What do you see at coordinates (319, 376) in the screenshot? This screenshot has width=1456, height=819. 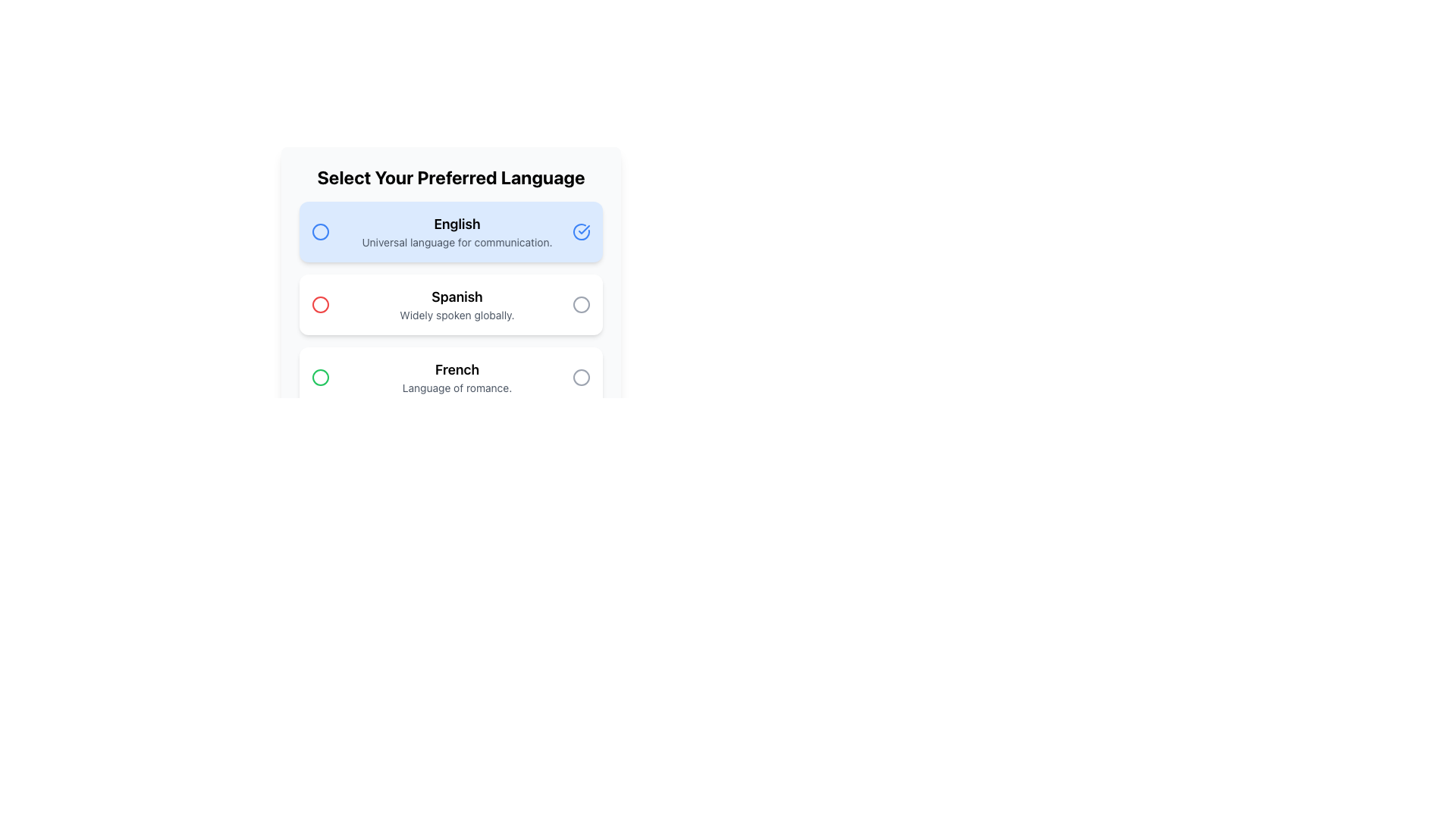 I see `the circular radio button indicator with a green border and white fill next to the label 'French' in the language selection interface` at bounding box center [319, 376].